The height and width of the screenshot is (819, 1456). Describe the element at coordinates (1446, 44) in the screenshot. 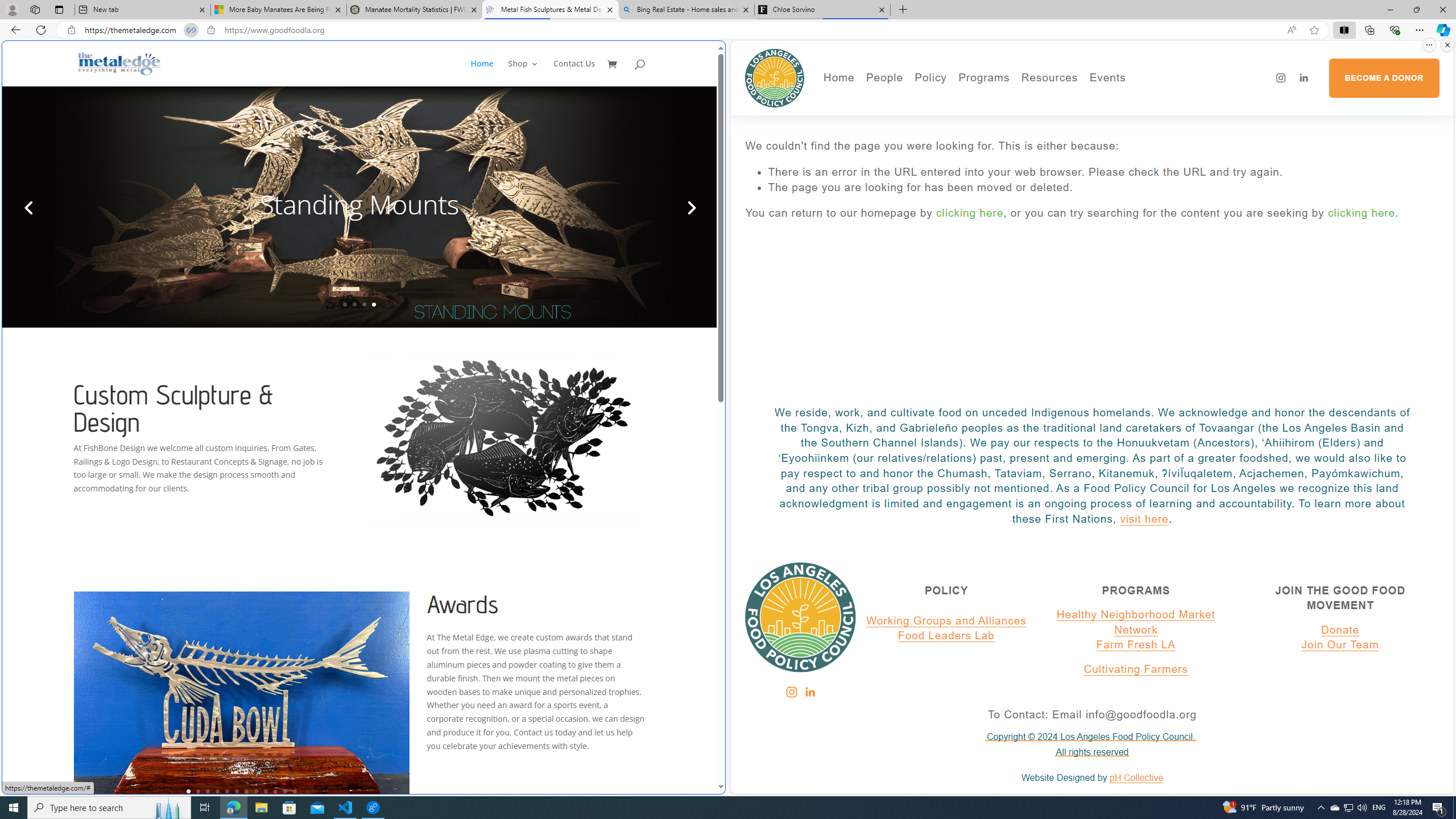

I see `'Close split screen.'` at that location.